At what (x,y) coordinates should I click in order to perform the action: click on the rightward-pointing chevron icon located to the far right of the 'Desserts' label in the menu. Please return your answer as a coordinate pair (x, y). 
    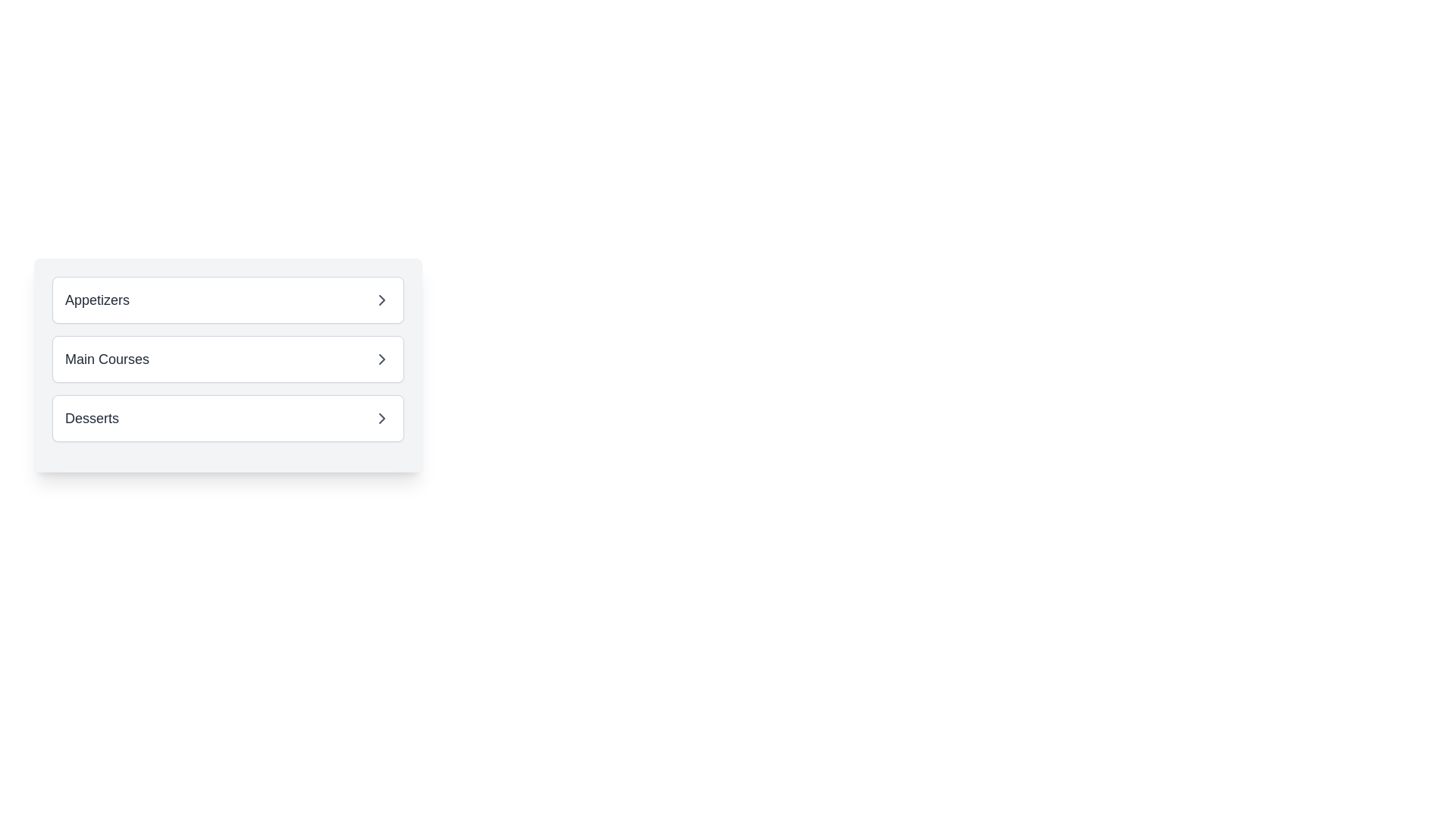
    Looking at the image, I should click on (382, 418).